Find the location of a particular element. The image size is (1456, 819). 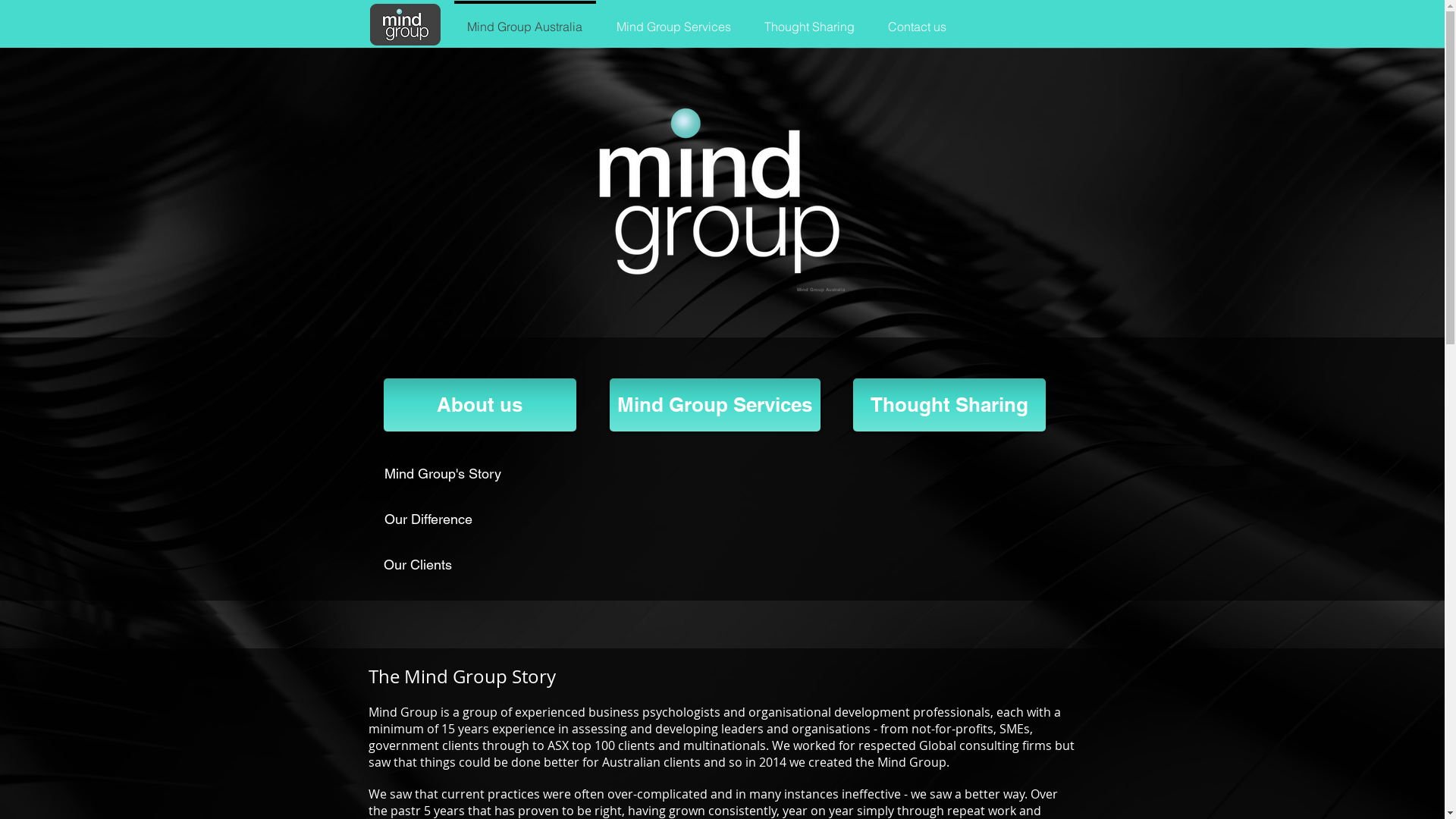

'Mind Group Australia' is located at coordinates (715, 191).